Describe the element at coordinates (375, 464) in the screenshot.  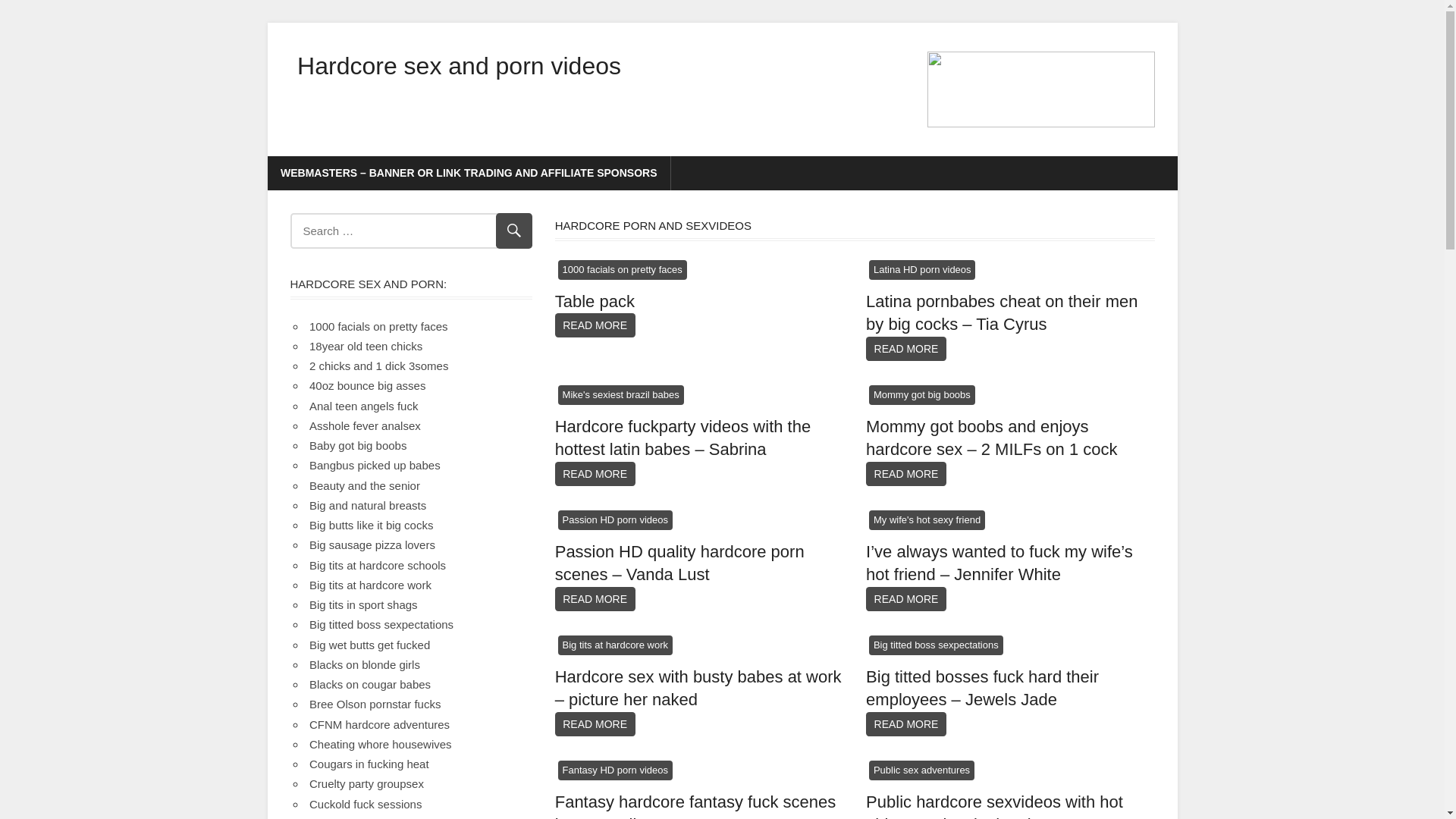
I see `'Bangbus picked up babes'` at that location.